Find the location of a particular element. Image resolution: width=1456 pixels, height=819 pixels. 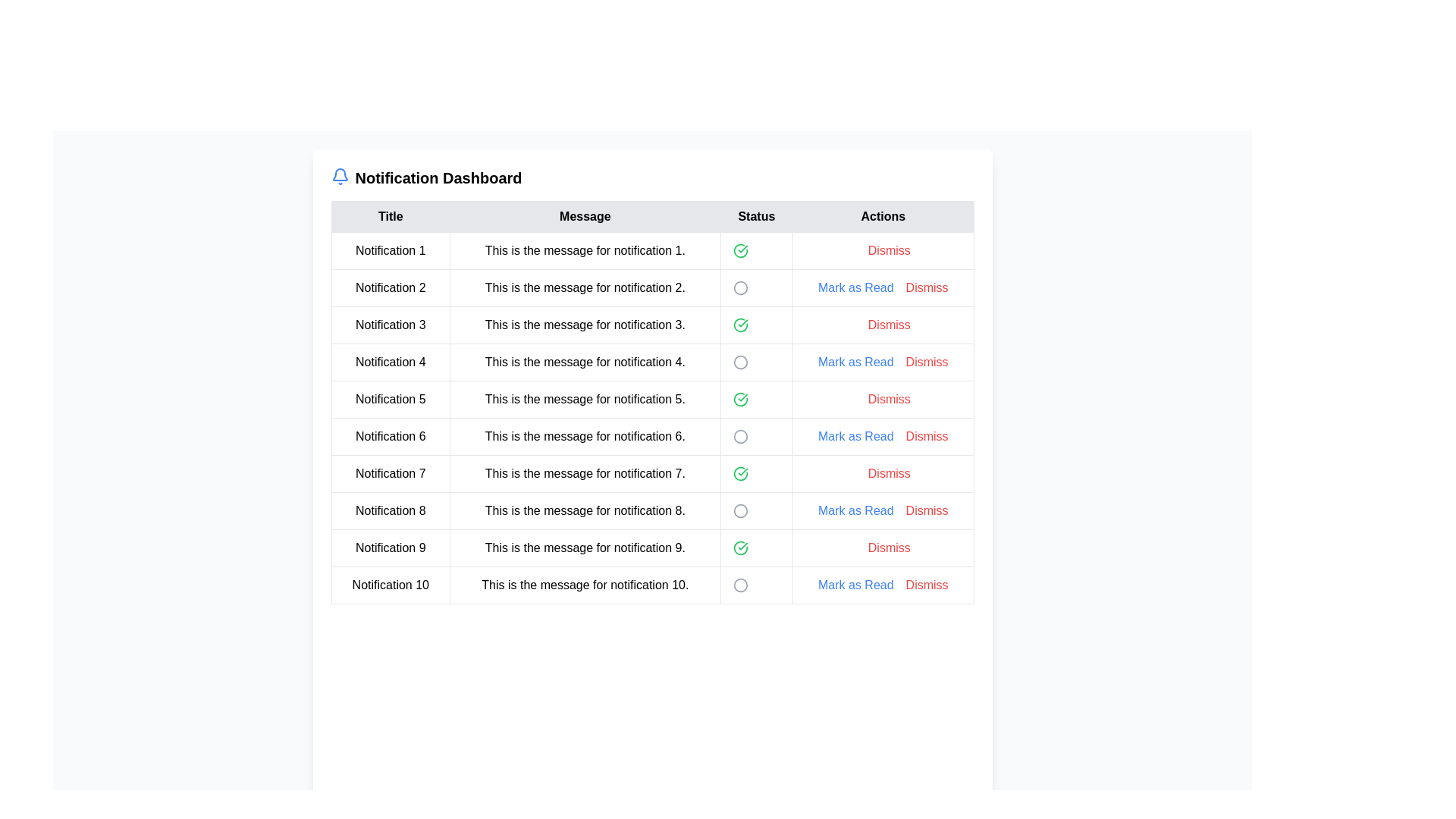

the text label displaying 'This is the message for notification 8.' located in the 'Message' column of the 'Notification 8' row in the notification table is located at coordinates (584, 511).